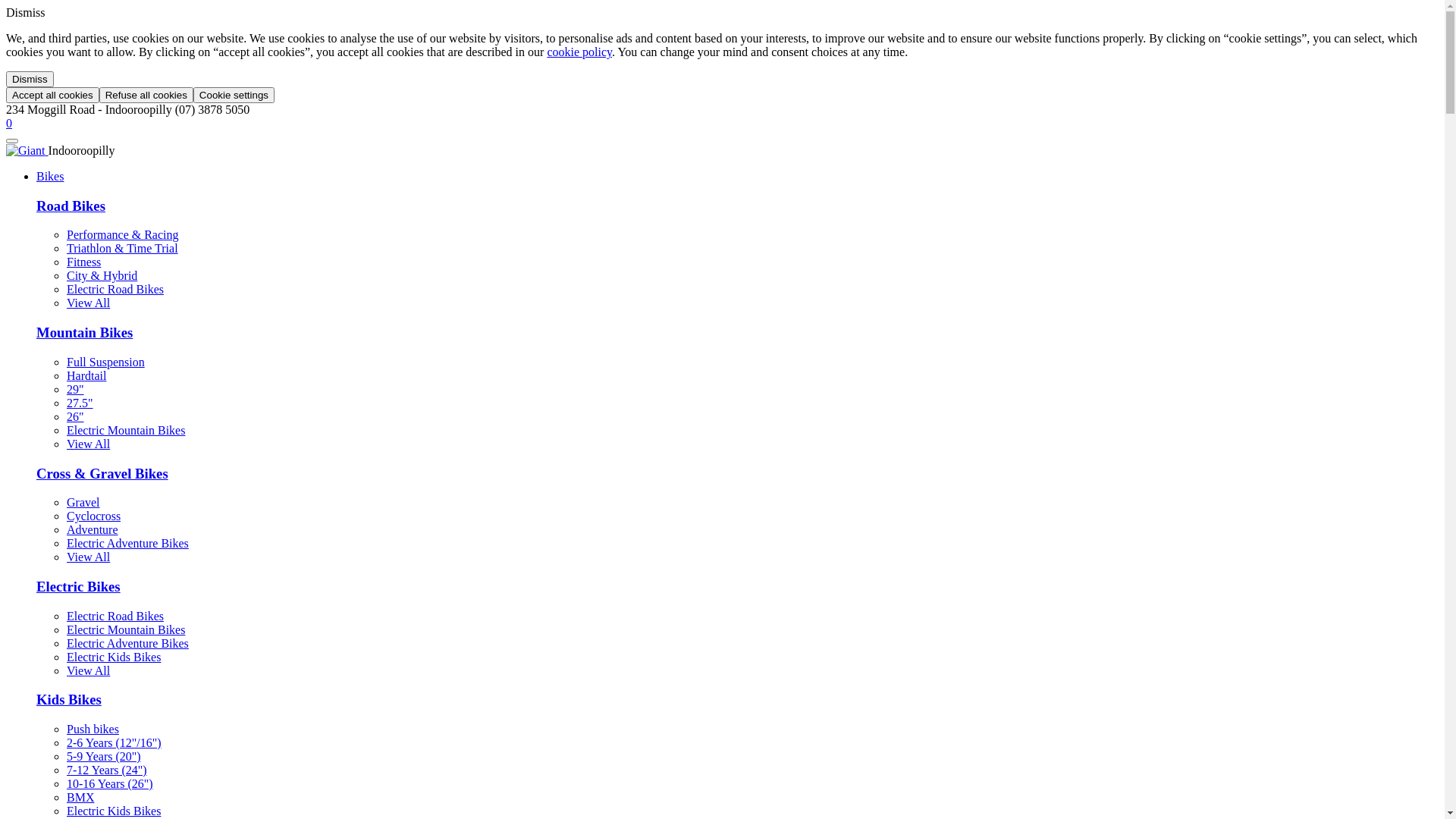 The width and height of the screenshot is (1456, 819). Describe the element at coordinates (36, 175) in the screenshot. I see `'Bikes'` at that location.